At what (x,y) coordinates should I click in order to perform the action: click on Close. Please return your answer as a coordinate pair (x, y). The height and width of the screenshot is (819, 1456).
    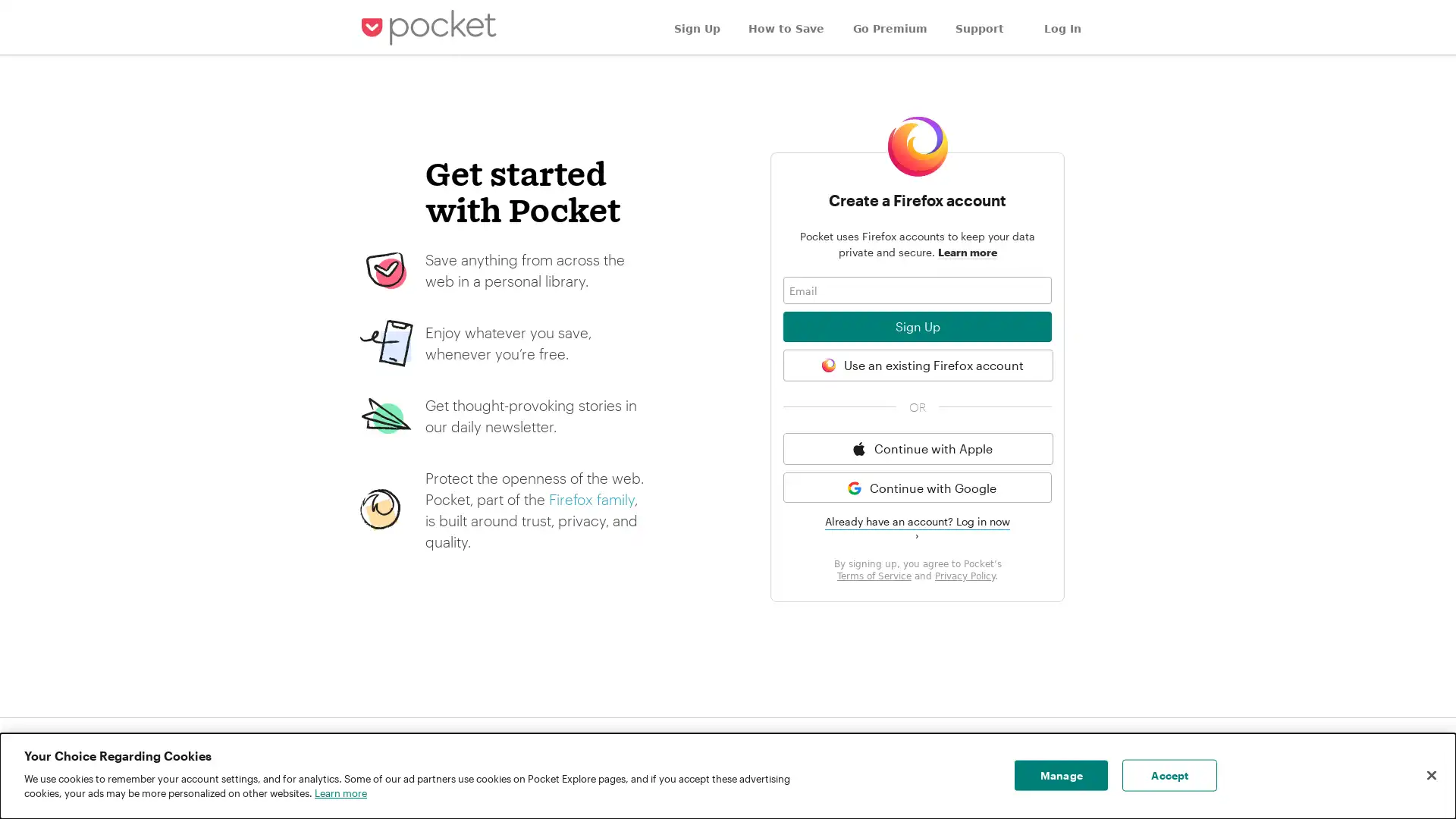
    Looking at the image, I should click on (1430, 775).